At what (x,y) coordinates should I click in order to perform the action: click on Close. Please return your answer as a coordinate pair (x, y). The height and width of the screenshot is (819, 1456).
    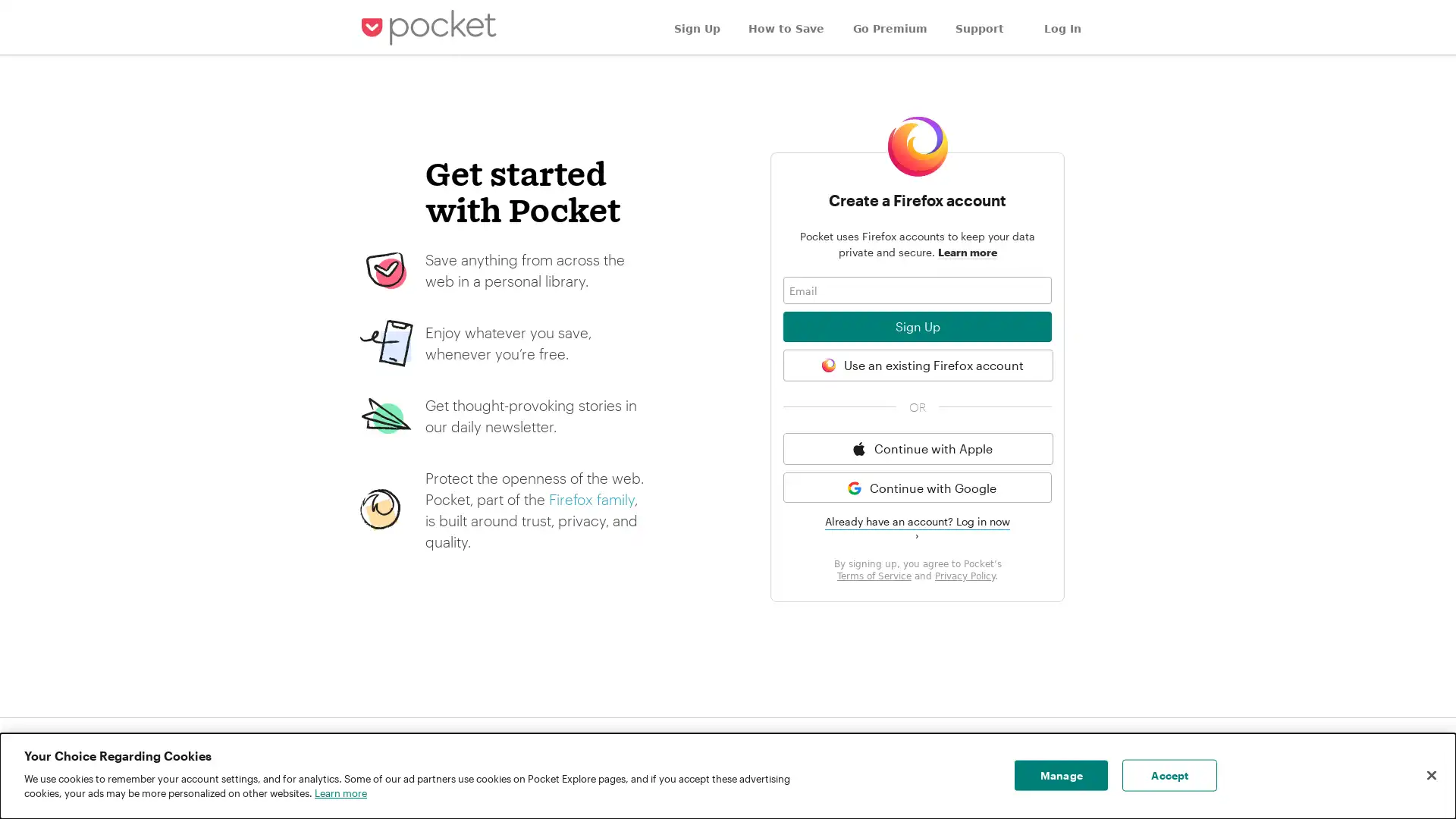
    Looking at the image, I should click on (1430, 775).